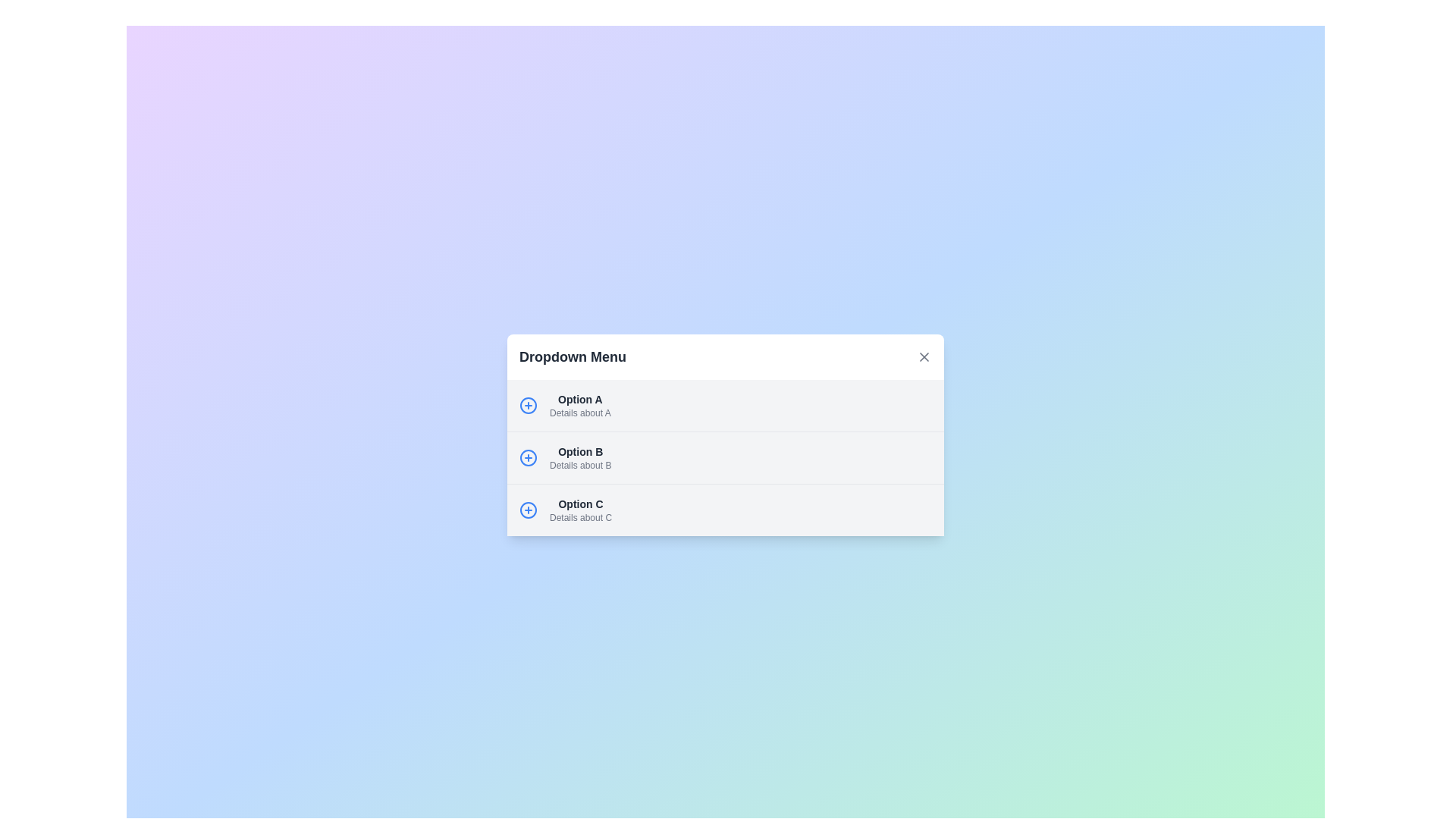 The height and width of the screenshot is (819, 1456). Describe the element at coordinates (528, 457) in the screenshot. I see `the actionable icon button located in the middle row of the dropdown menu options, positioned to the left of 'Option B'` at that location.